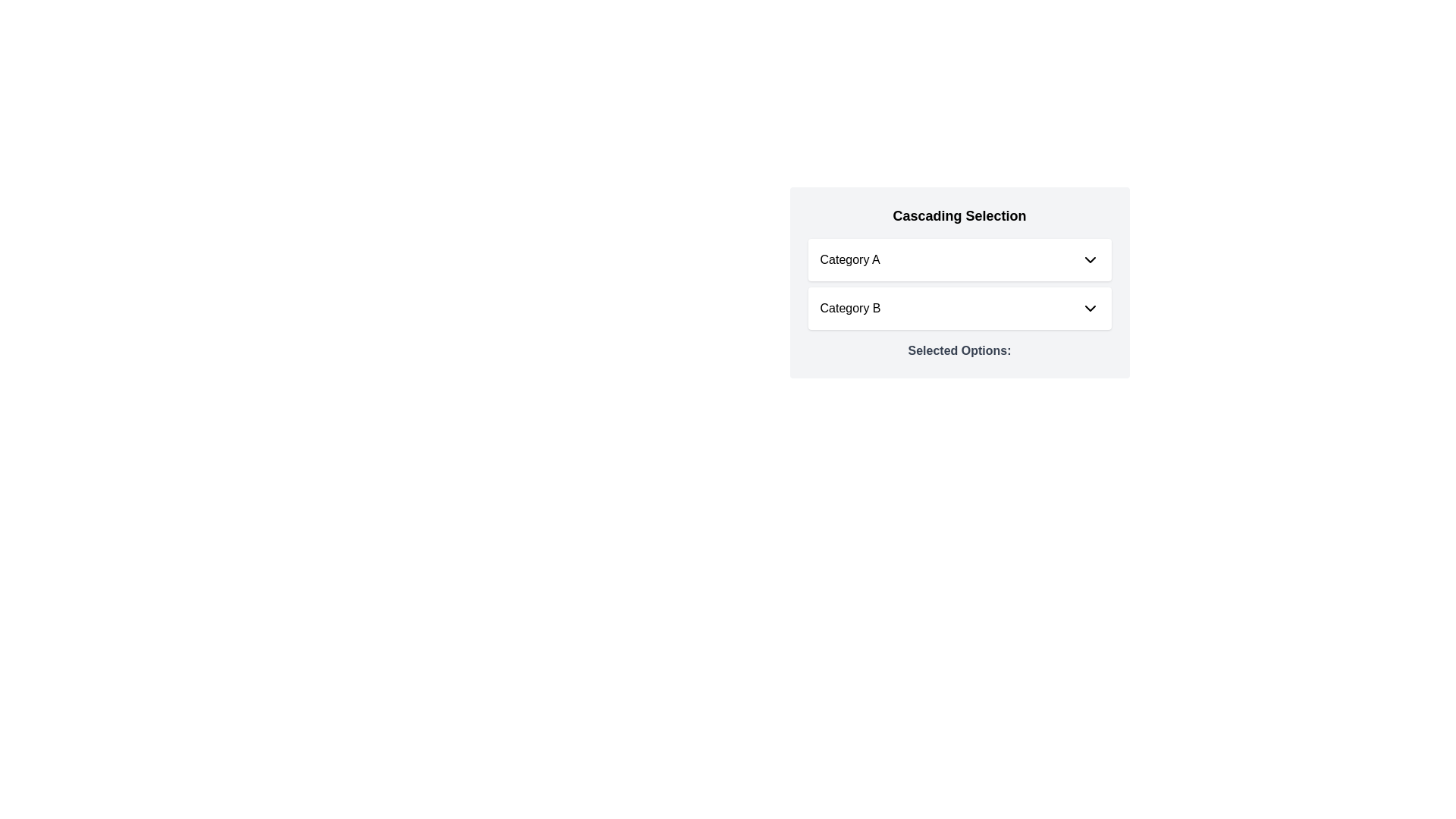 This screenshot has height=819, width=1456. What do you see at coordinates (959, 308) in the screenshot?
I see `the Dropdown Menu Item labeled 'Category B'` at bounding box center [959, 308].